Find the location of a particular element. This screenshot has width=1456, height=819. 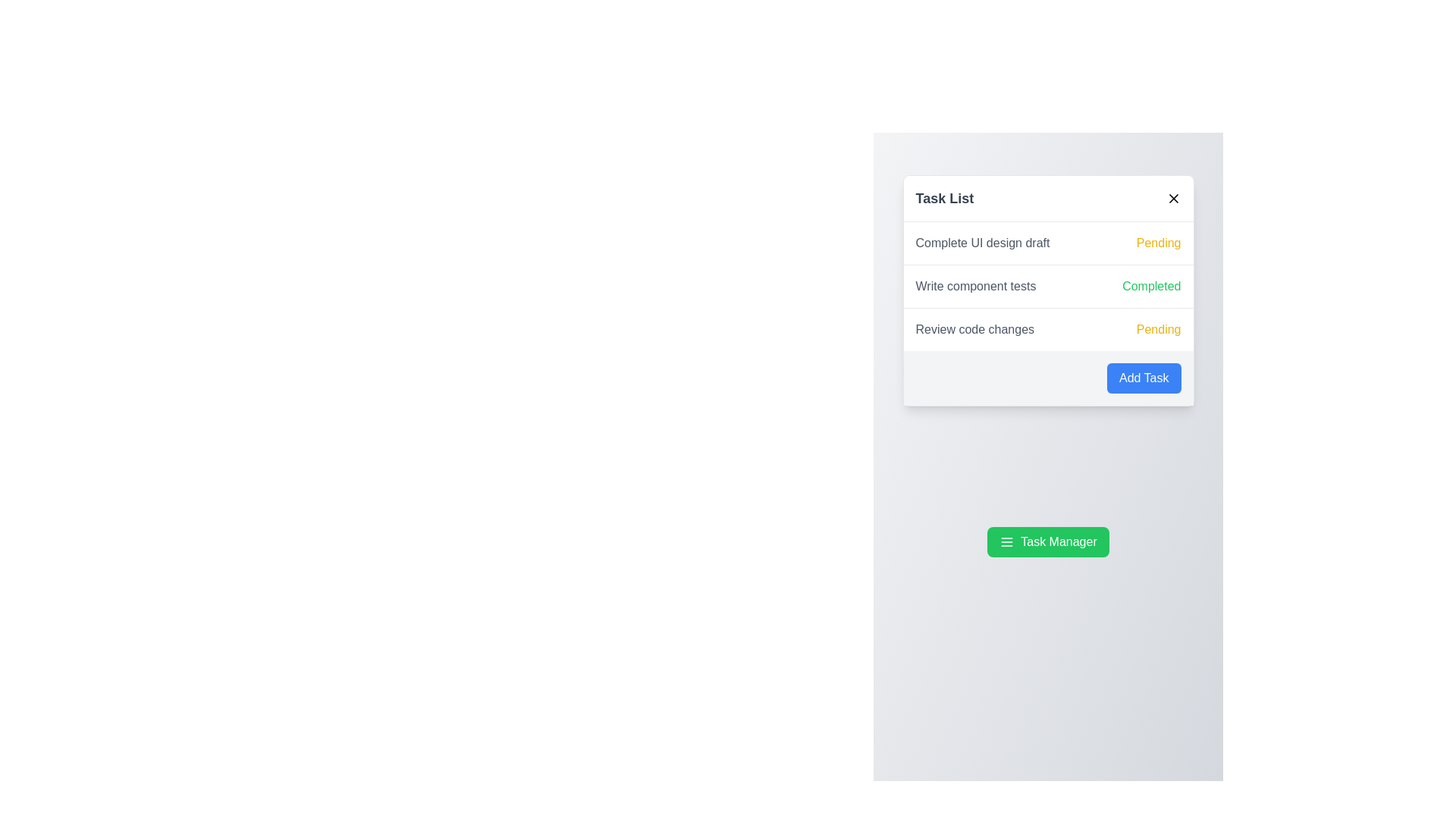

the green rectangular button labeled 'Task Manager' with a menu icon to observe its hover effects is located at coordinates (1047, 541).